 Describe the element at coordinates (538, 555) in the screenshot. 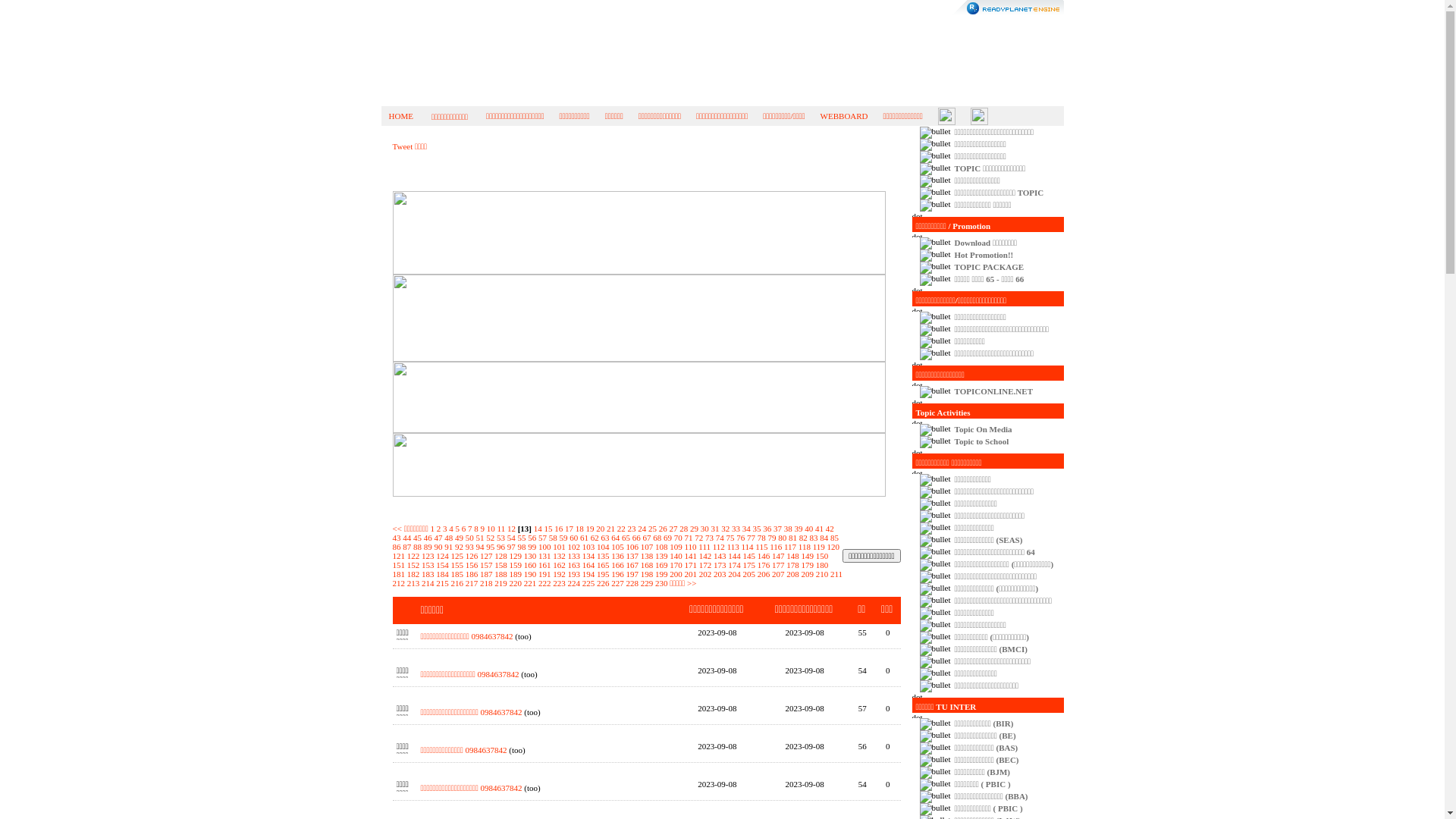

I see `'131'` at that location.